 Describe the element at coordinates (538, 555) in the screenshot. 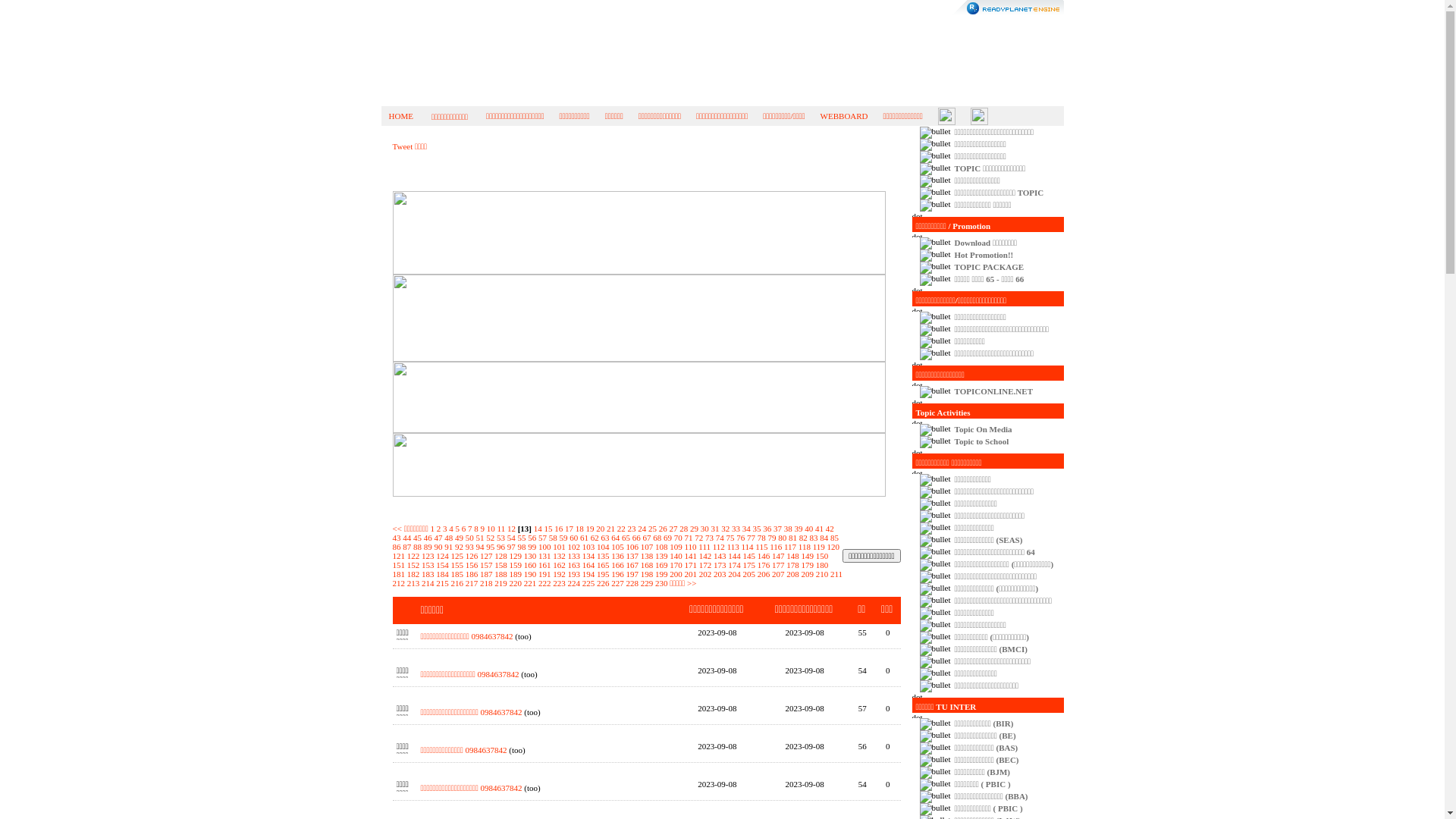

I see `'131'` at that location.